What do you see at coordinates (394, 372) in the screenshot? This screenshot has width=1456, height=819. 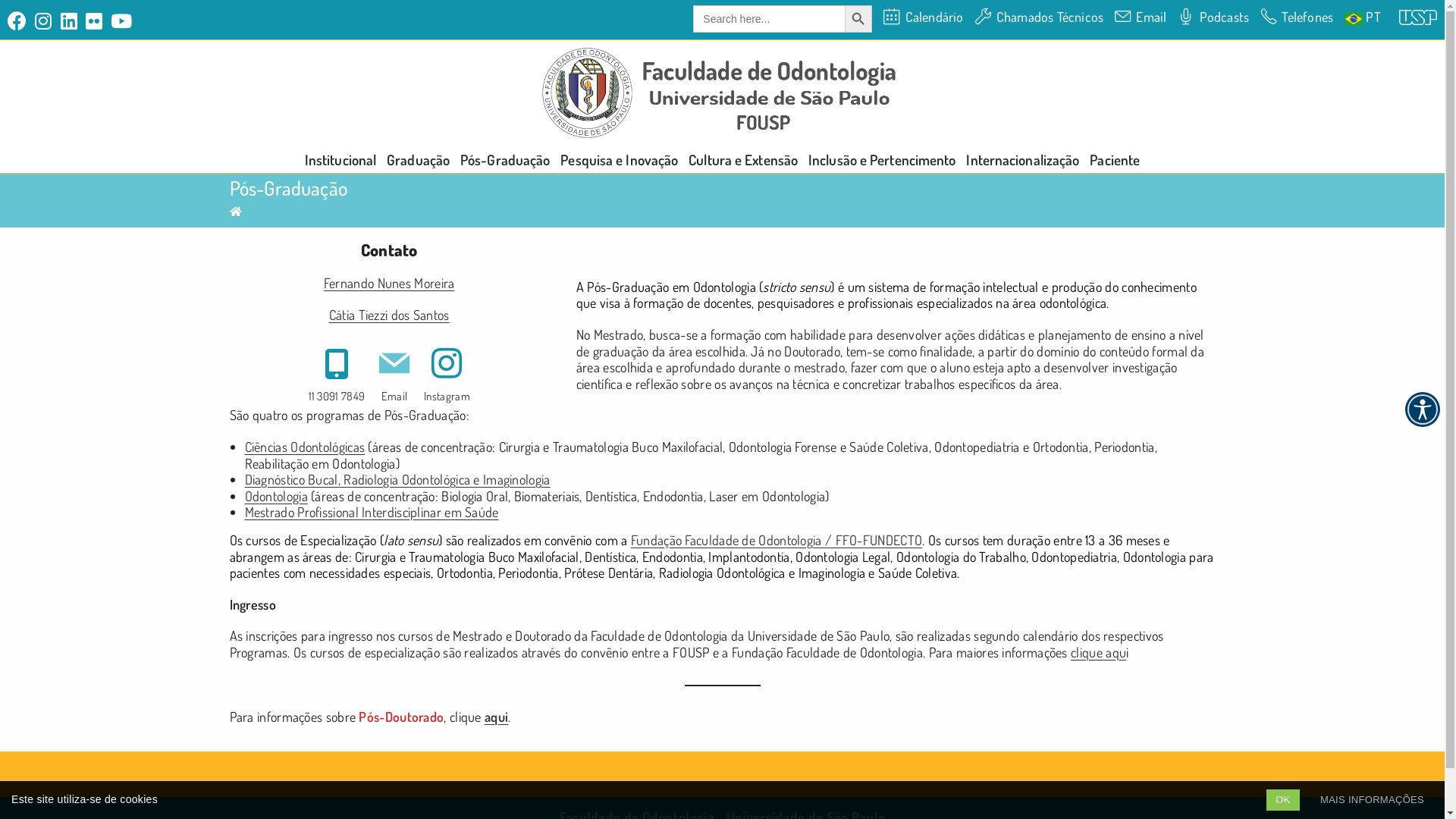 I see `'Email'` at bounding box center [394, 372].